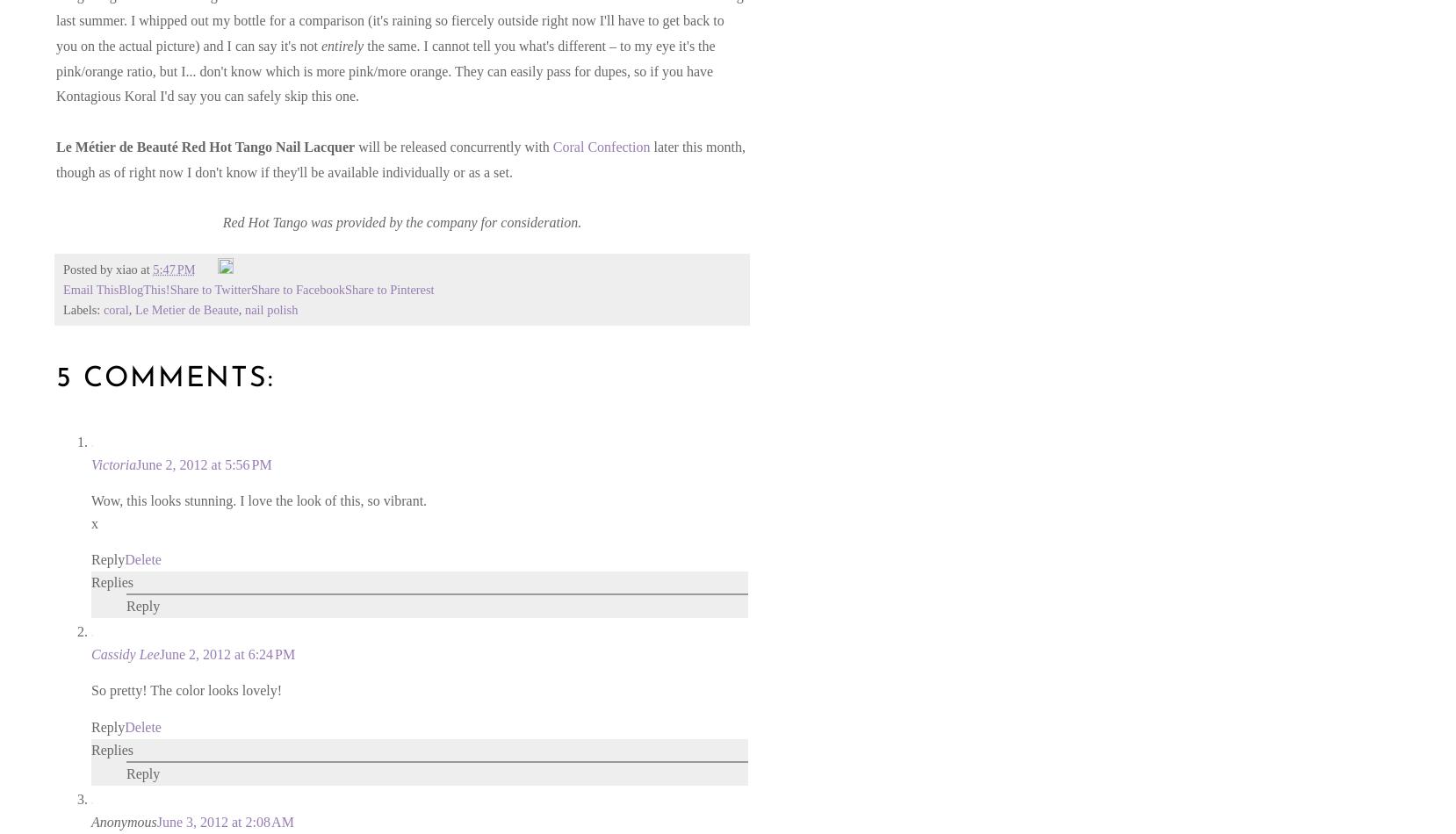 This screenshot has height=834, width=1456. What do you see at coordinates (93, 522) in the screenshot?
I see `'x'` at bounding box center [93, 522].